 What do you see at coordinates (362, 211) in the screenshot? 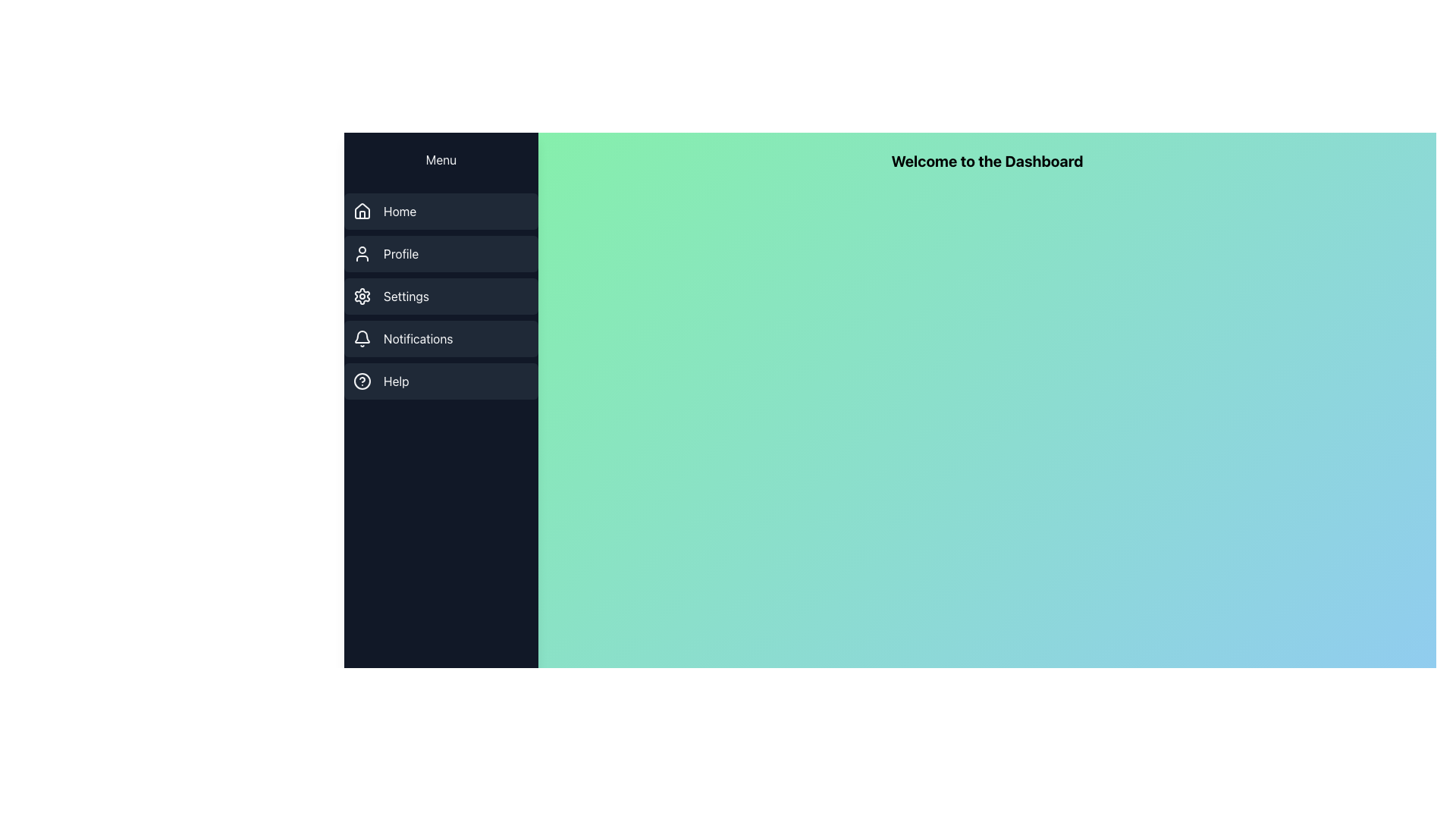
I see `the house-shaped icon with a white stroke located in the 'Home' entry of the vertical navigation menu` at bounding box center [362, 211].